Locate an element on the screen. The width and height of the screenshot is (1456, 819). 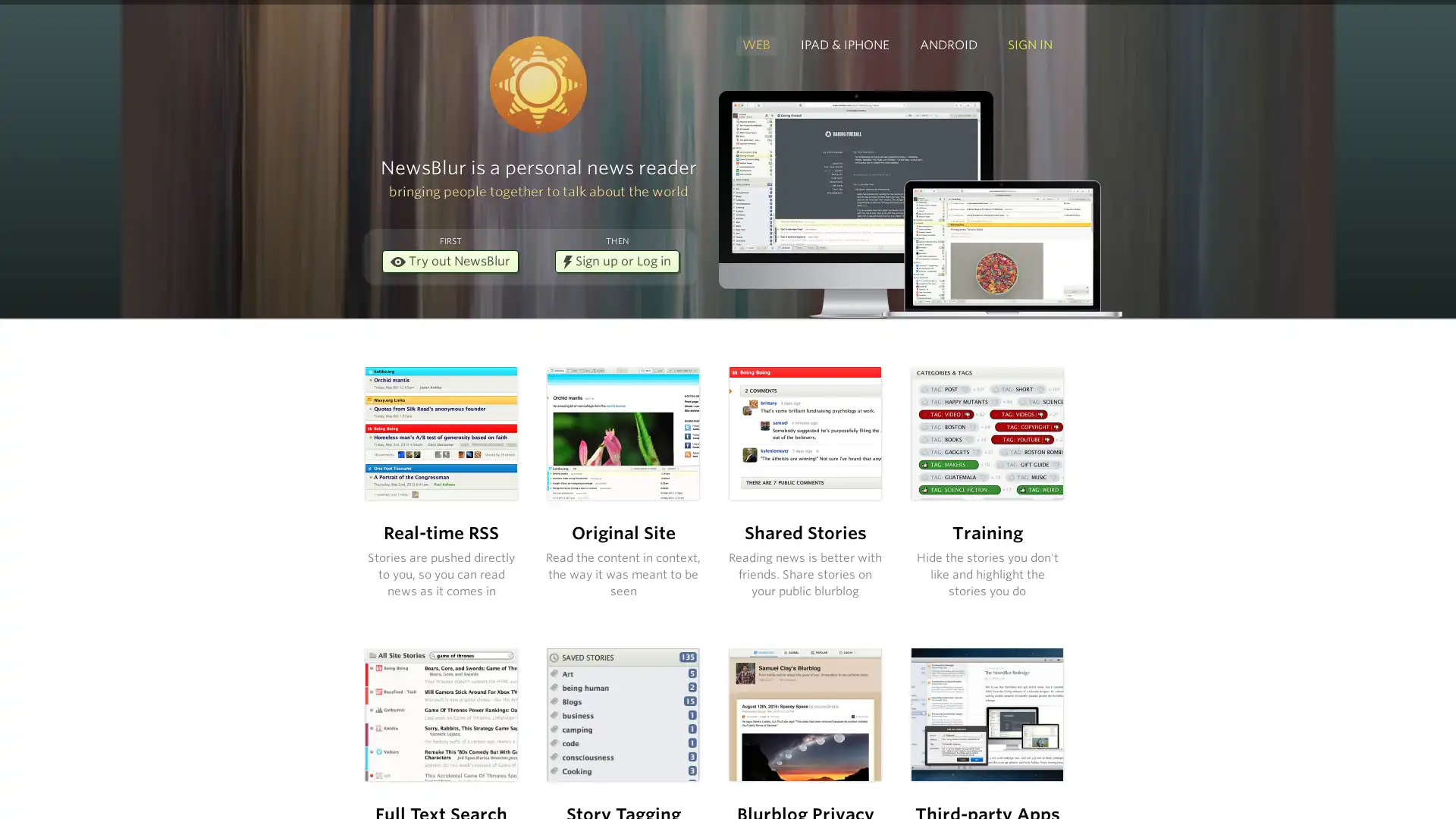
create account is located at coordinates (974, 471).